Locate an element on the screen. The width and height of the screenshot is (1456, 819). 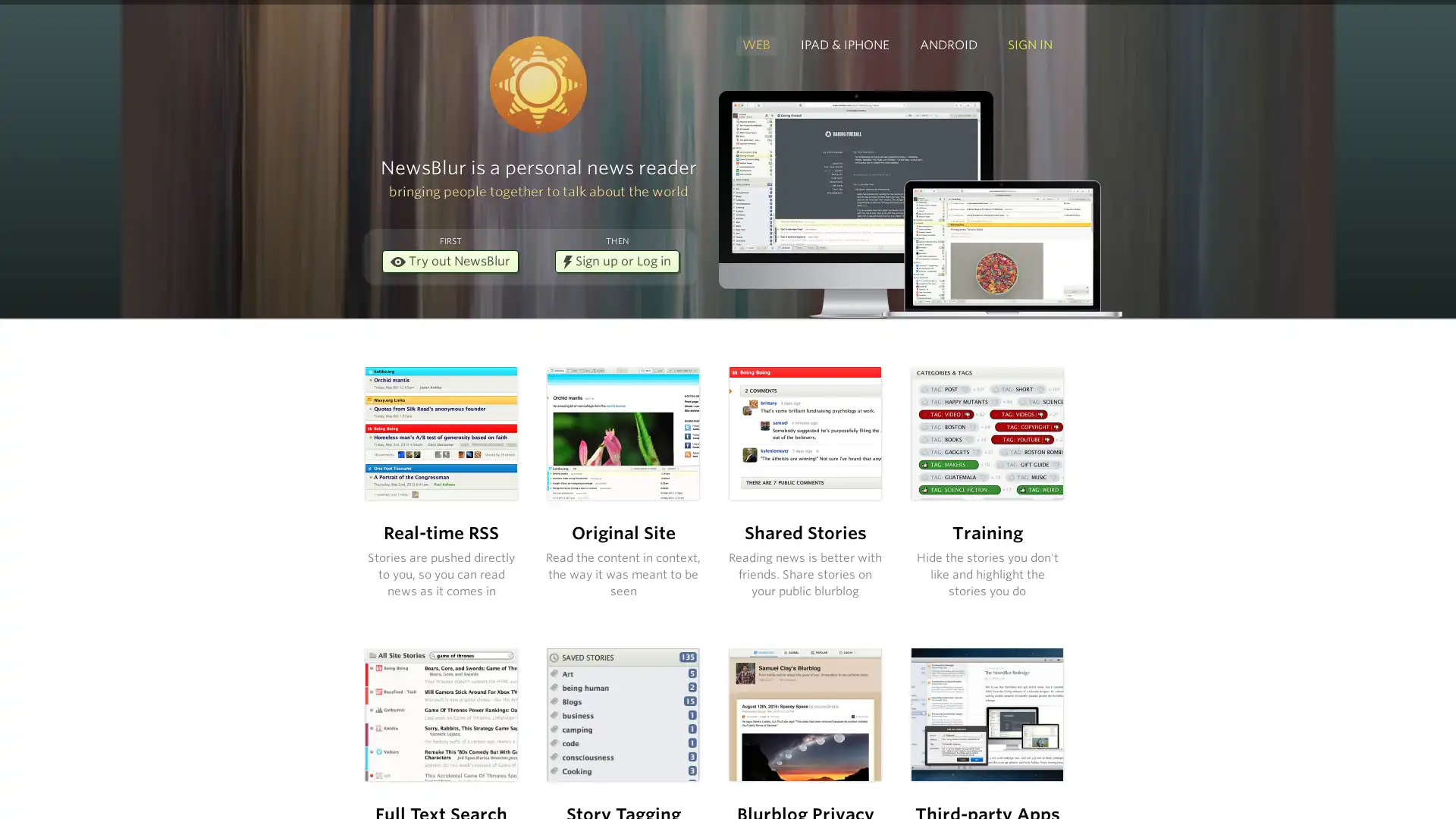
create account is located at coordinates (974, 471).